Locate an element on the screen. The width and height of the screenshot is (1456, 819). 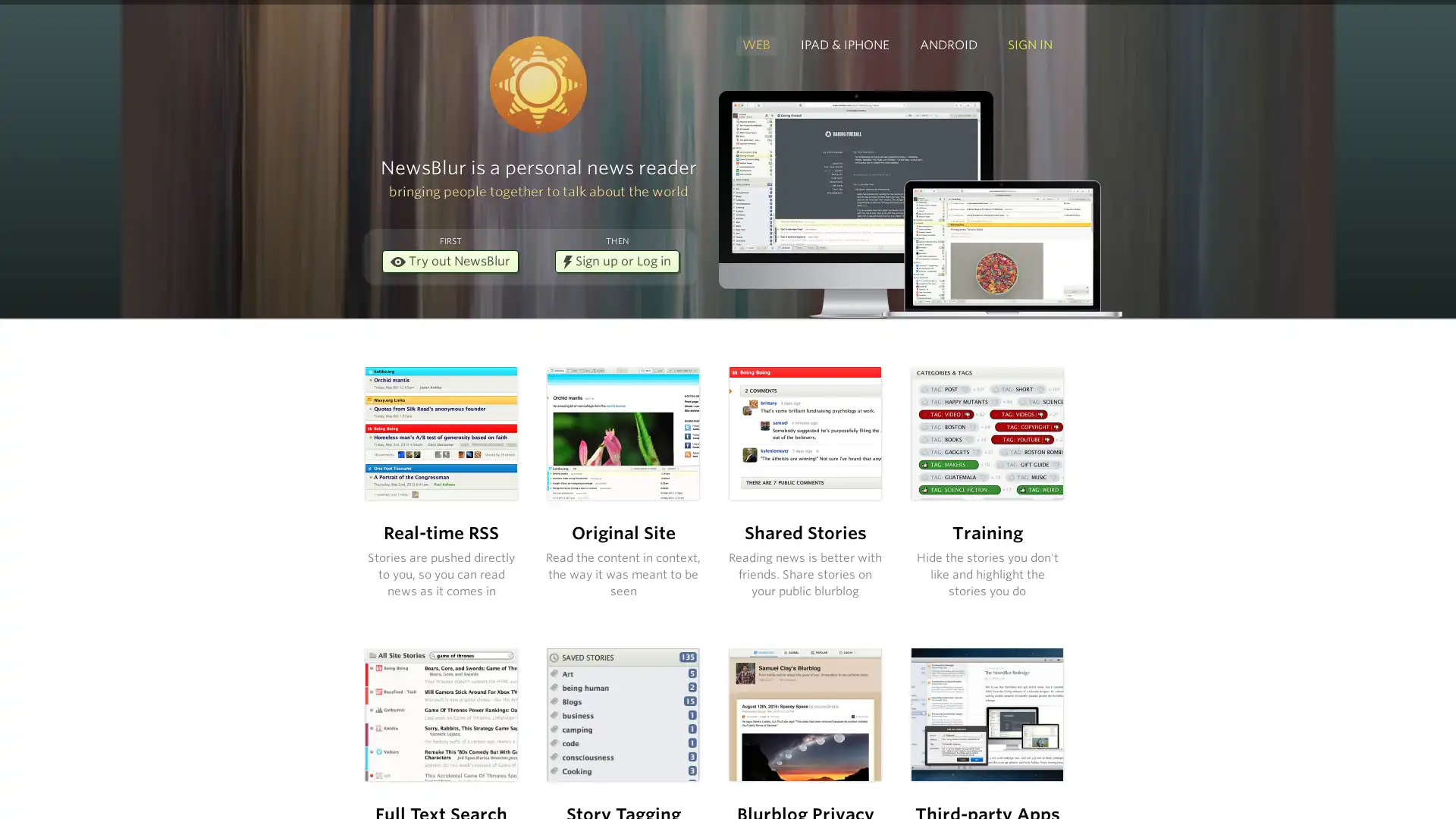
create account is located at coordinates (974, 471).